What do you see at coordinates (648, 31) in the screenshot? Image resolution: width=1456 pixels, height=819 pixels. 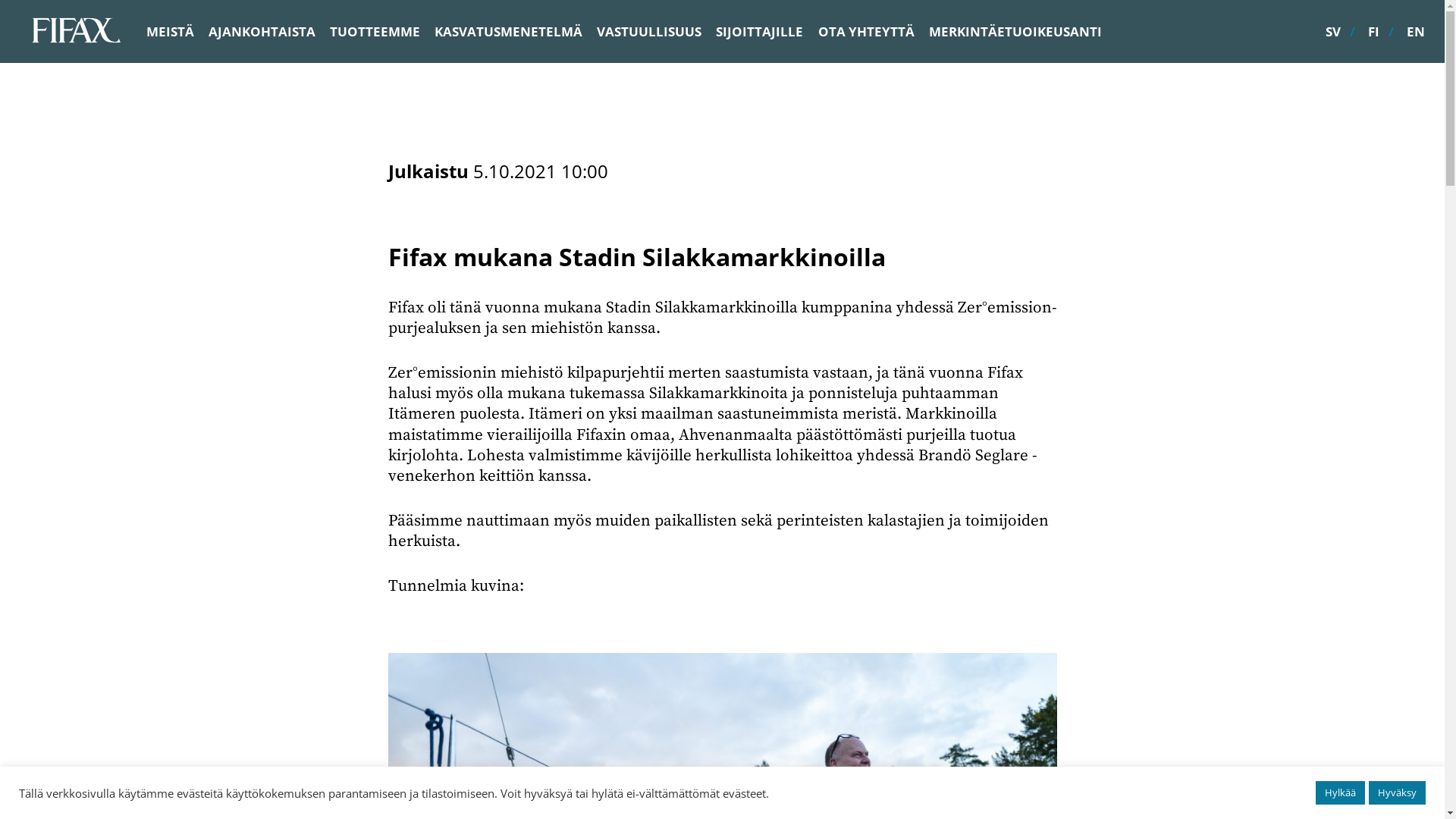 I see `'VASTUULLISUUS'` at bounding box center [648, 31].